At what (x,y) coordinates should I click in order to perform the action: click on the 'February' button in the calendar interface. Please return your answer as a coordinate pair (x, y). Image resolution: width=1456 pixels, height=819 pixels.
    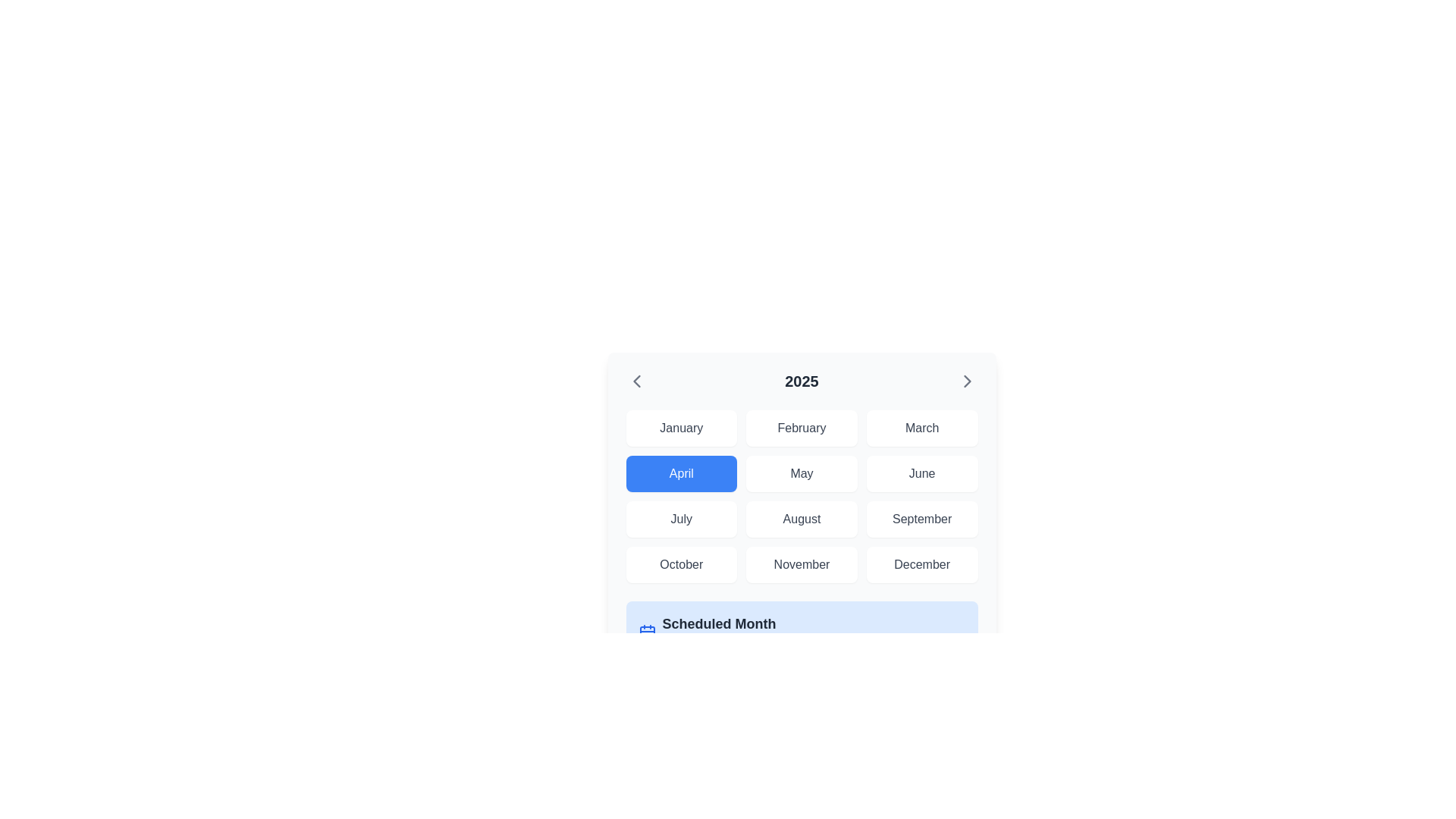
    Looking at the image, I should click on (801, 428).